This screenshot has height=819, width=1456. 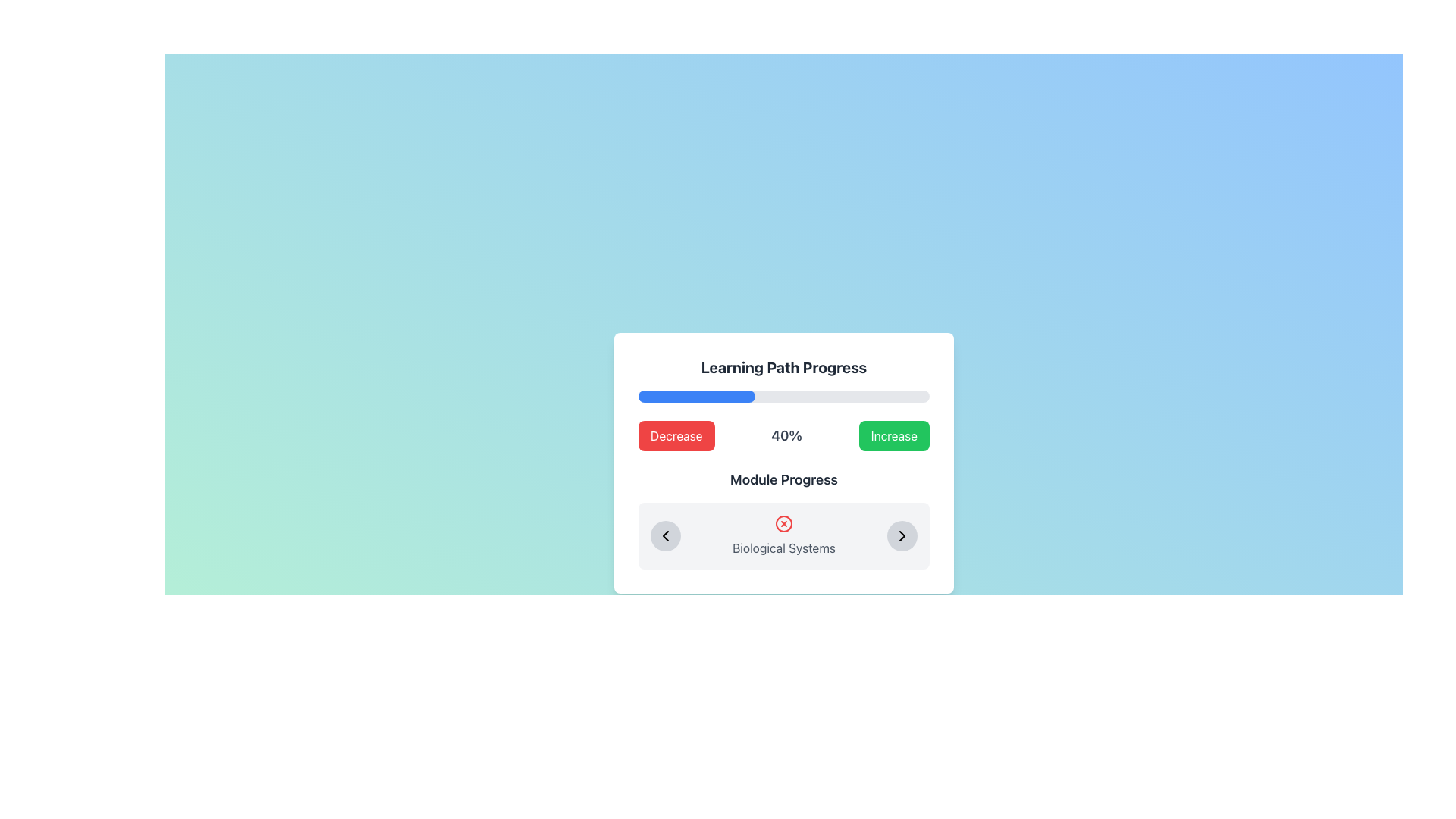 What do you see at coordinates (851, 396) in the screenshot?
I see `progress` at bounding box center [851, 396].